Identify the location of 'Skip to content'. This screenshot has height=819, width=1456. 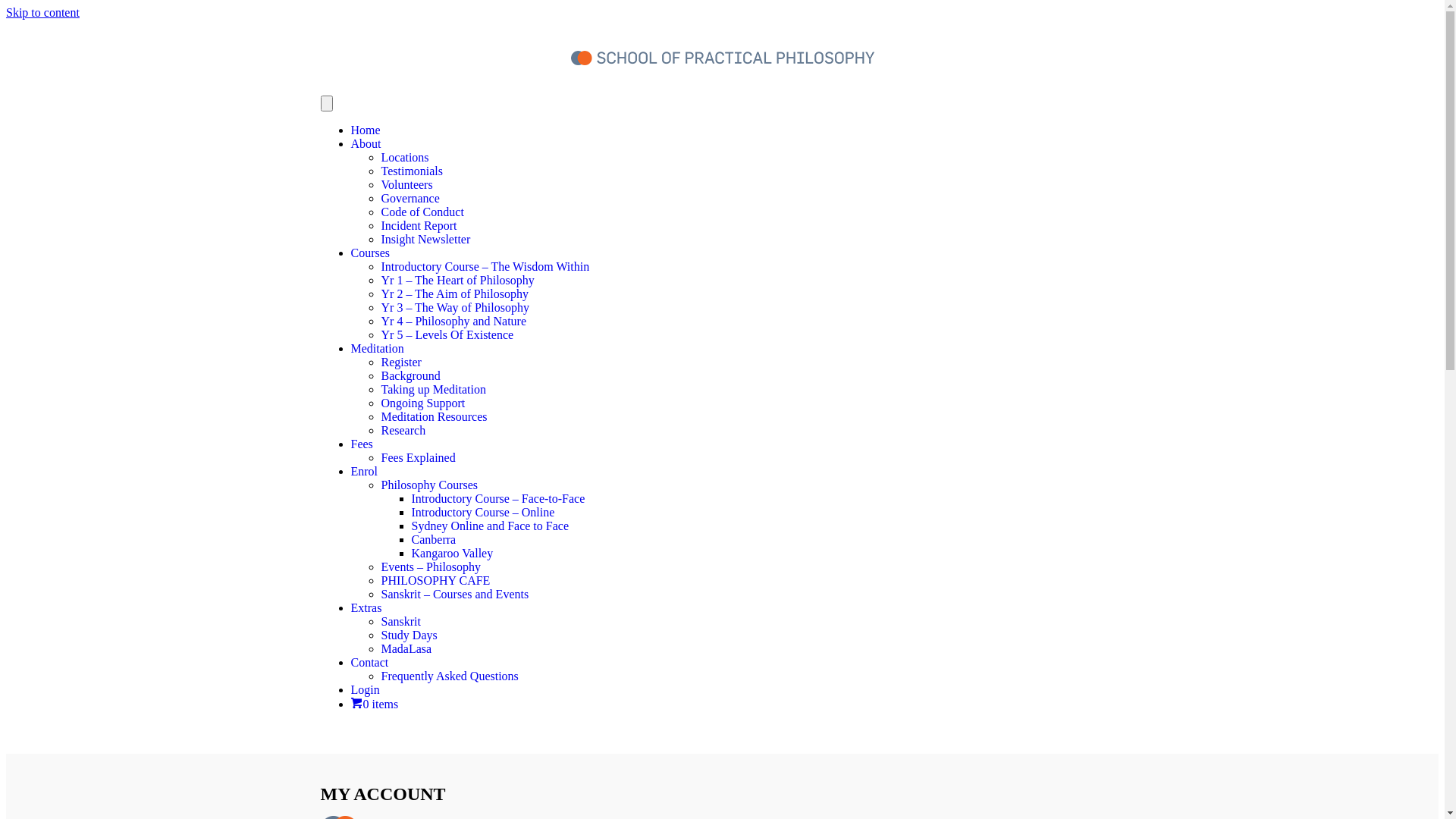
(42, 12).